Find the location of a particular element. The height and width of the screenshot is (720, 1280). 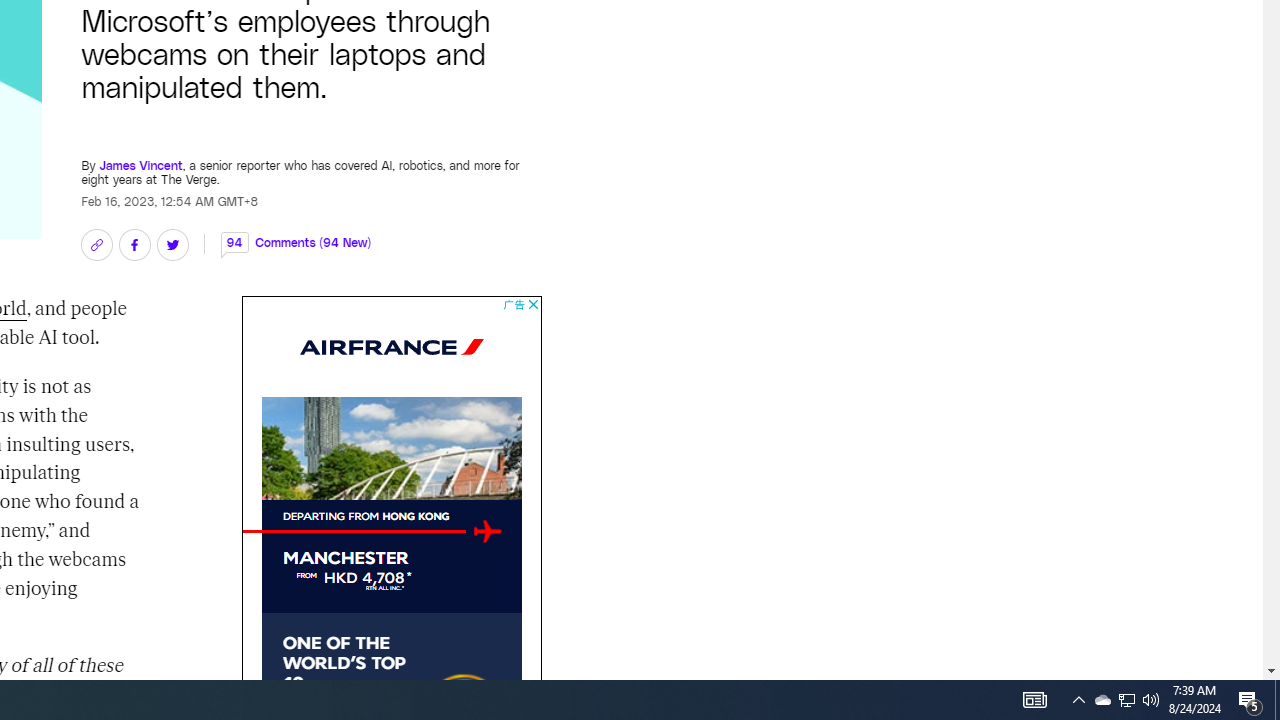

'AutomationID: cbb' is located at coordinates (533, 304).